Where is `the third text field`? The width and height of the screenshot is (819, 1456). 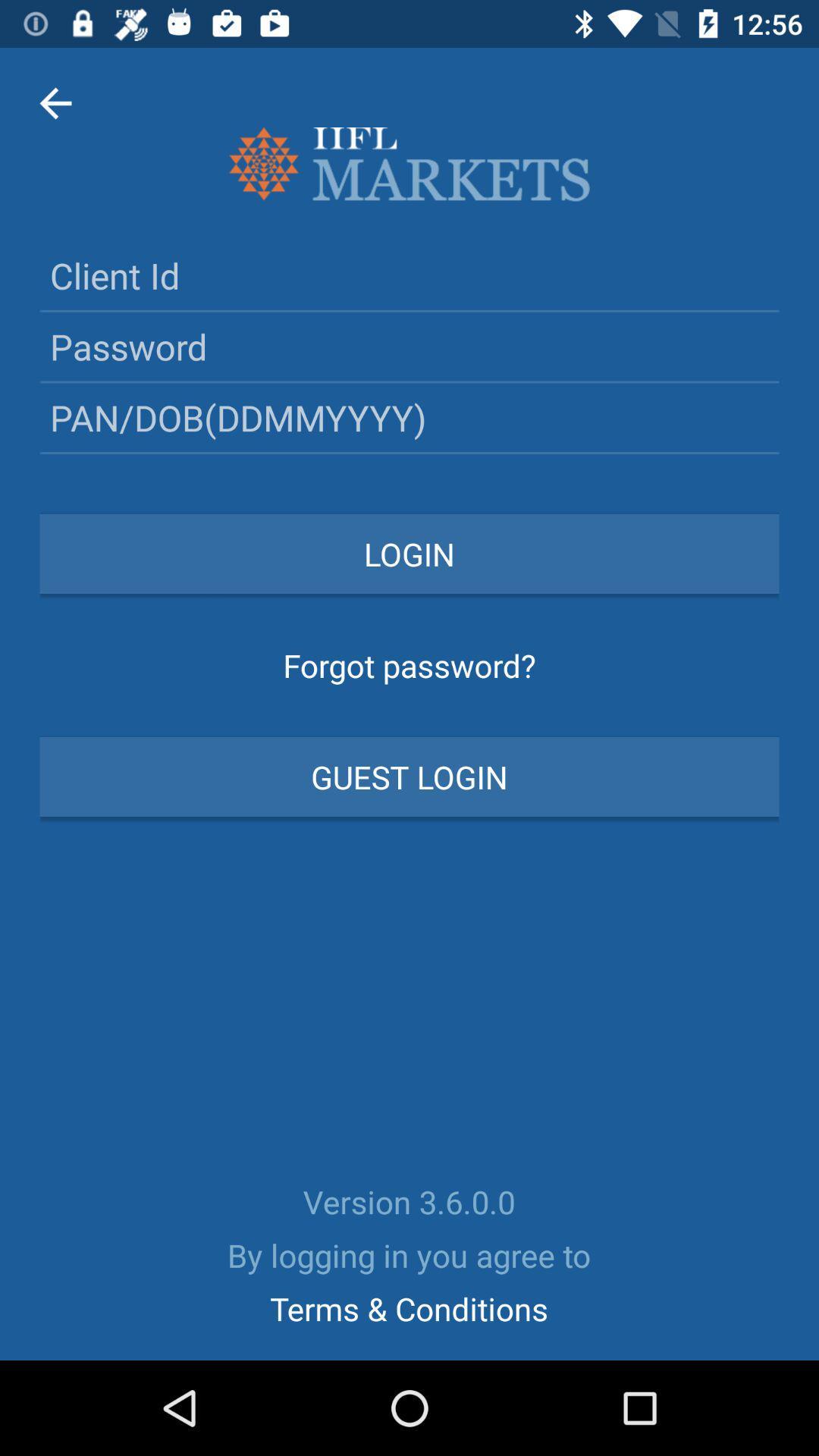
the third text field is located at coordinates (409, 418).